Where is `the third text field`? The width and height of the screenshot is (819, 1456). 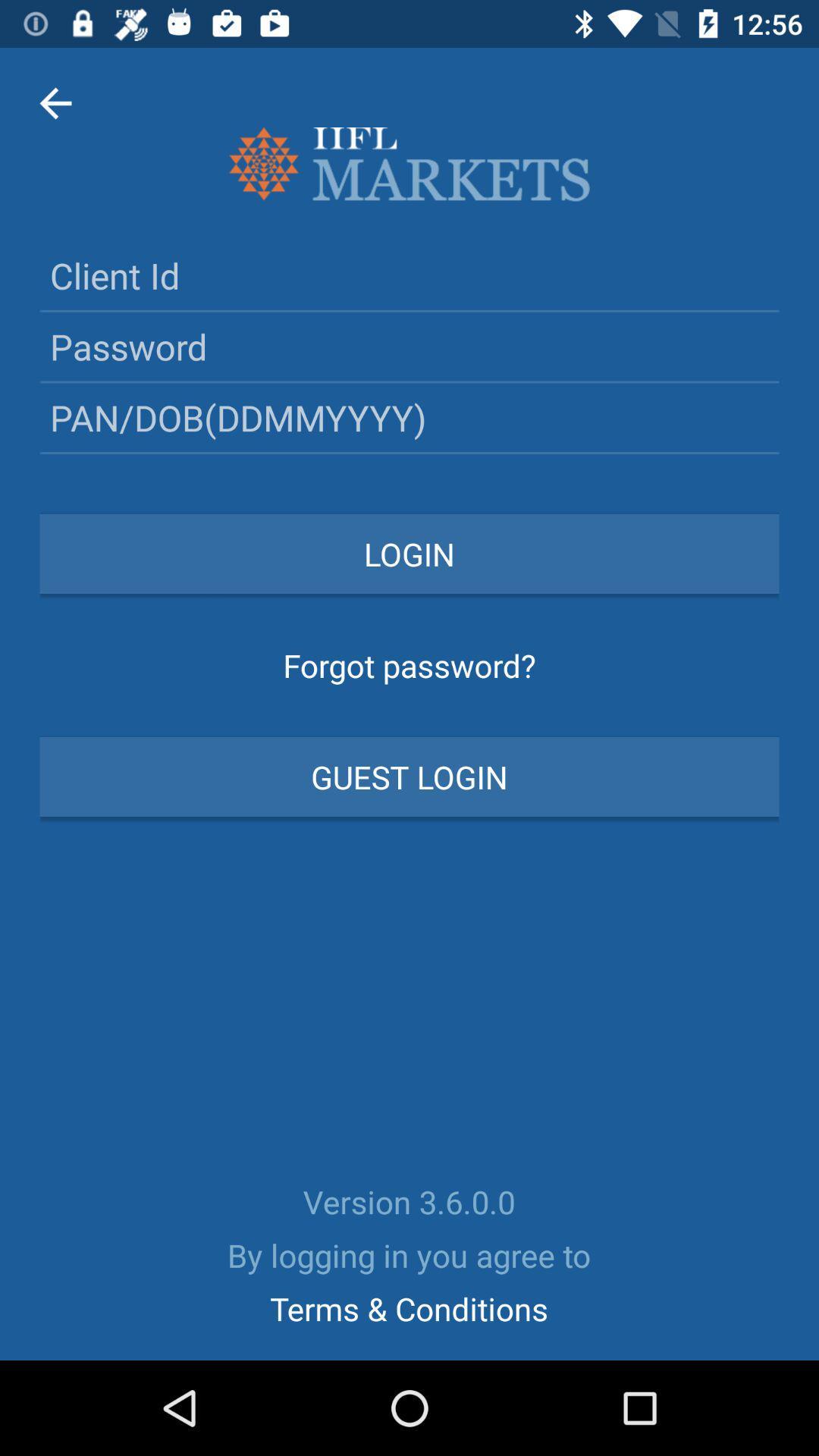
the third text field is located at coordinates (409, 418).